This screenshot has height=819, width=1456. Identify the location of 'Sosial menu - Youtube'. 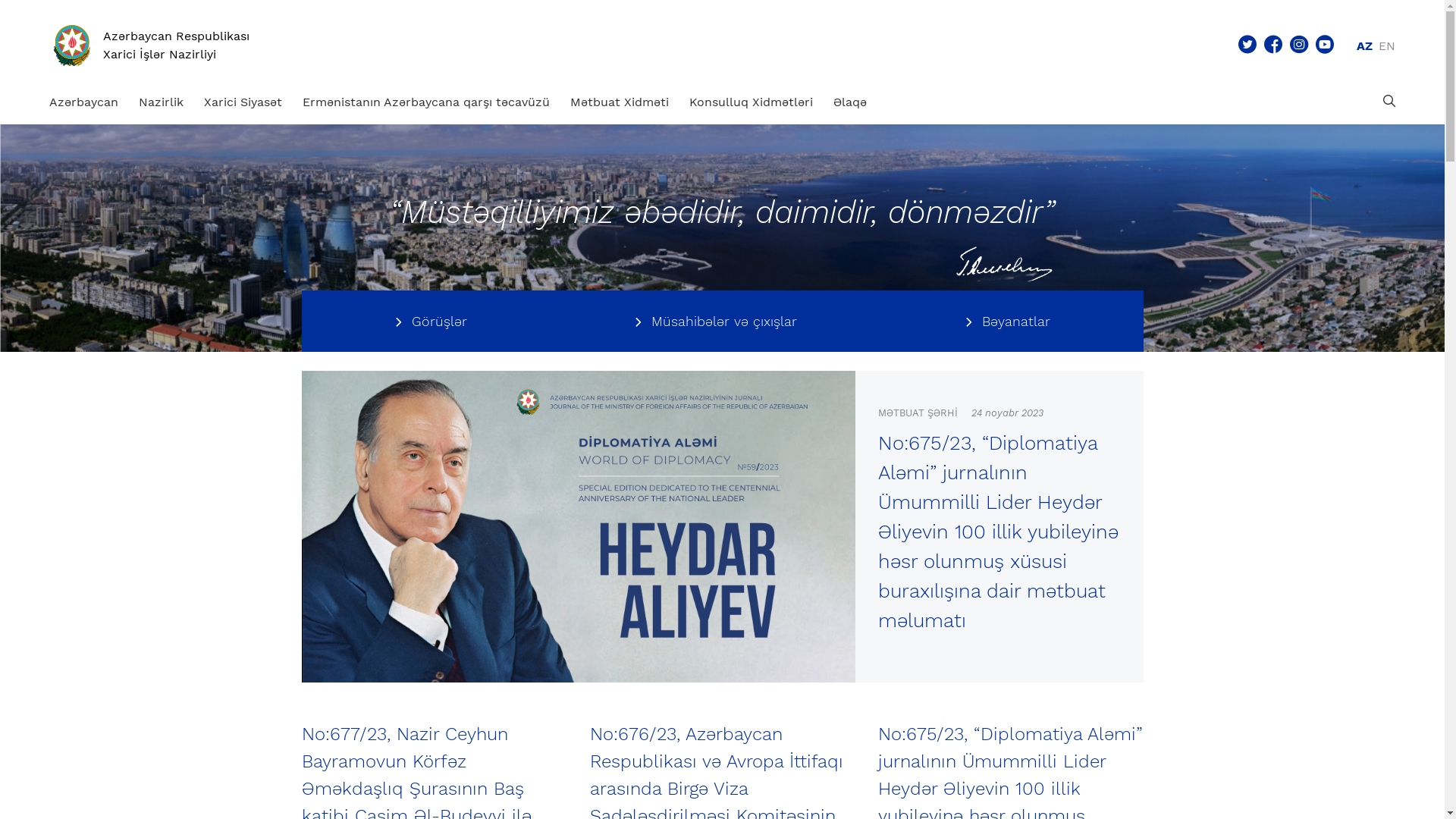
(1314, 45).